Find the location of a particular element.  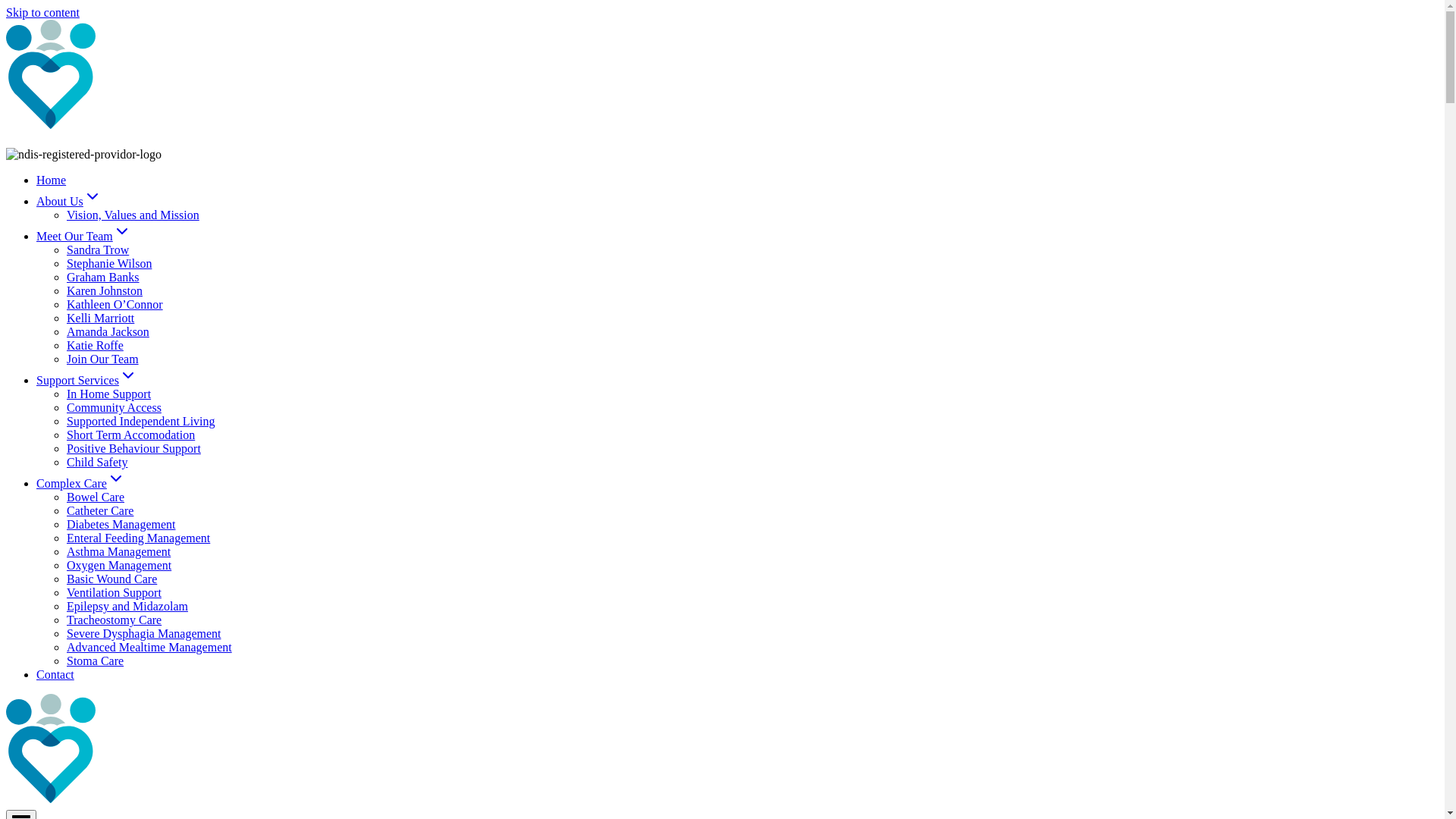

'Meet Our TeamExpand' is located at coordinates (83, 236).